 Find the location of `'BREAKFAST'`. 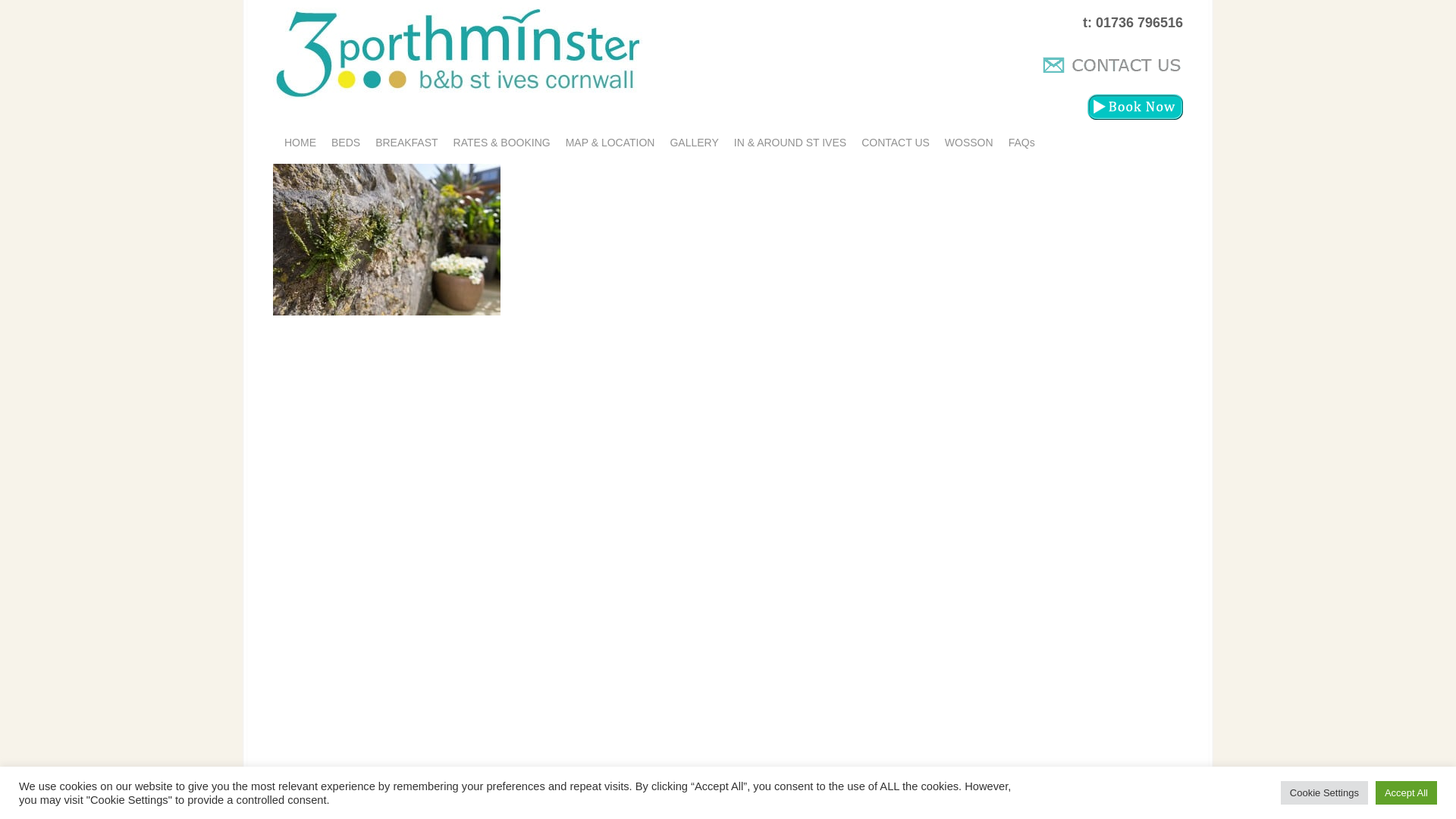

'BREAKFAST' is located at coordinates (406, 143).